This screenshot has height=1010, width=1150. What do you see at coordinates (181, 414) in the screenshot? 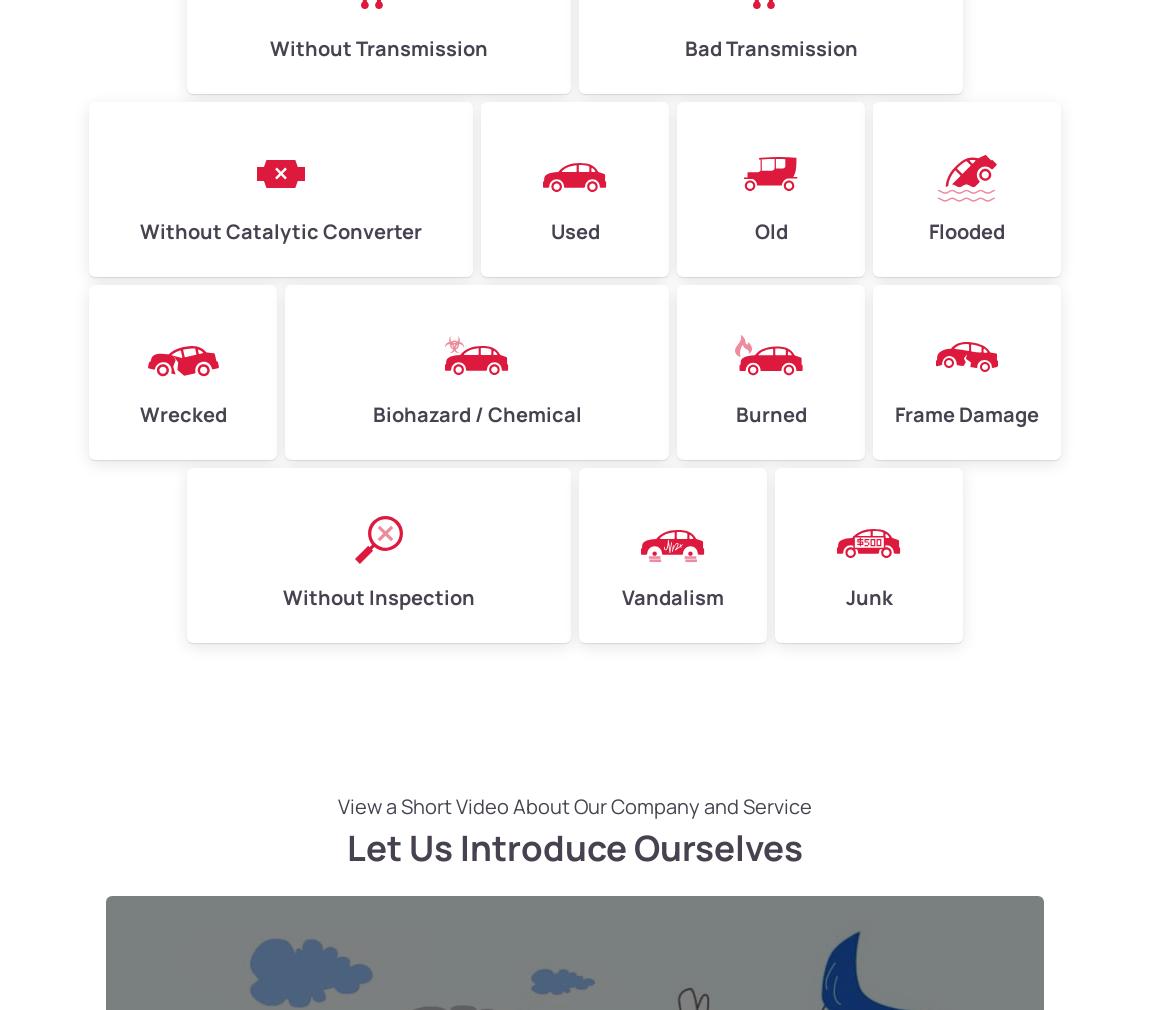
I see `'Wrecked'` at bounding box center [181, 414].